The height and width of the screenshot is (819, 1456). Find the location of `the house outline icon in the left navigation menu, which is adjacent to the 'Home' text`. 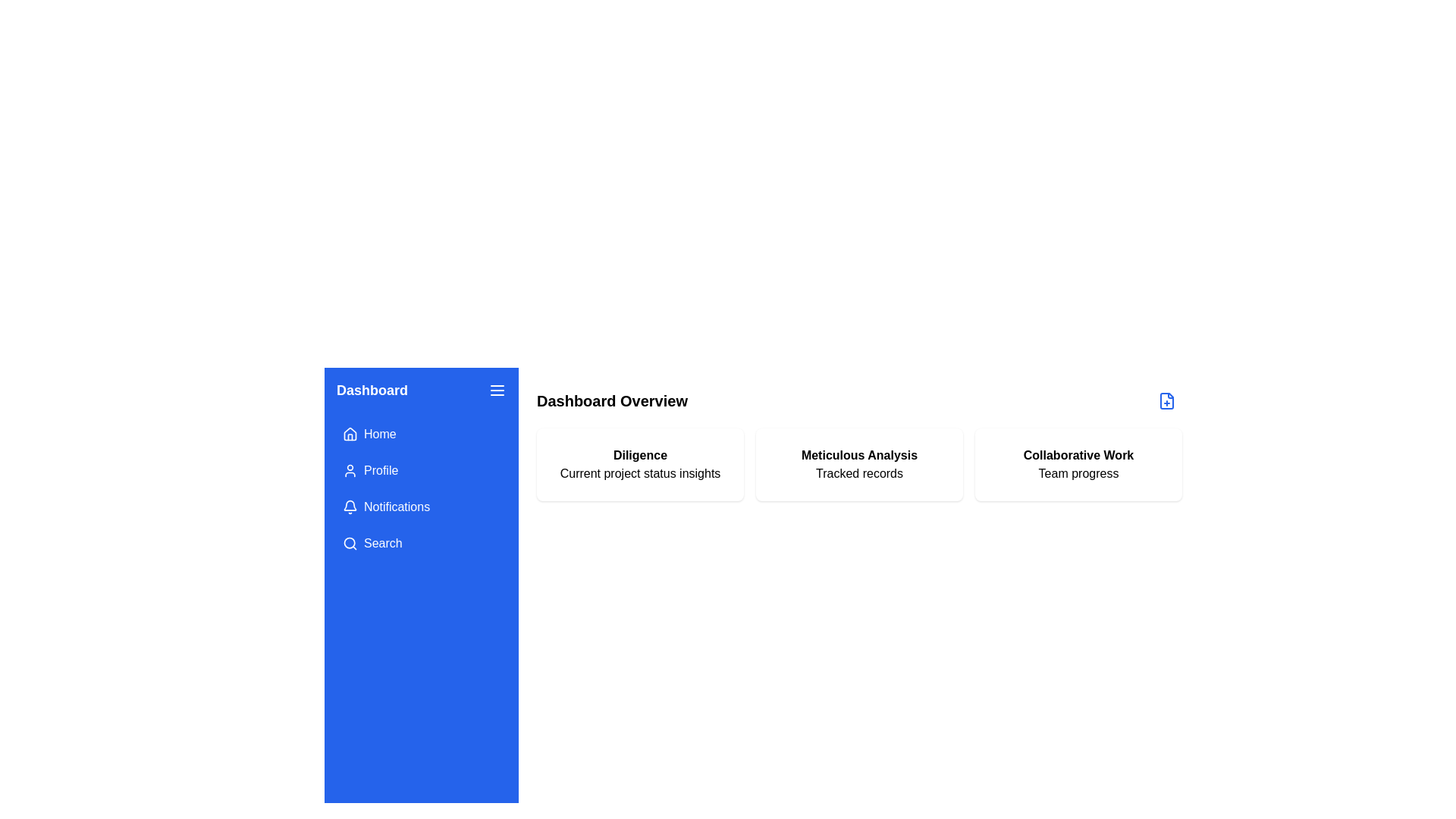

the house outline icon in the left navigation menu, which is adjacent to the 'Home' text is located at coordinates (349, 435).